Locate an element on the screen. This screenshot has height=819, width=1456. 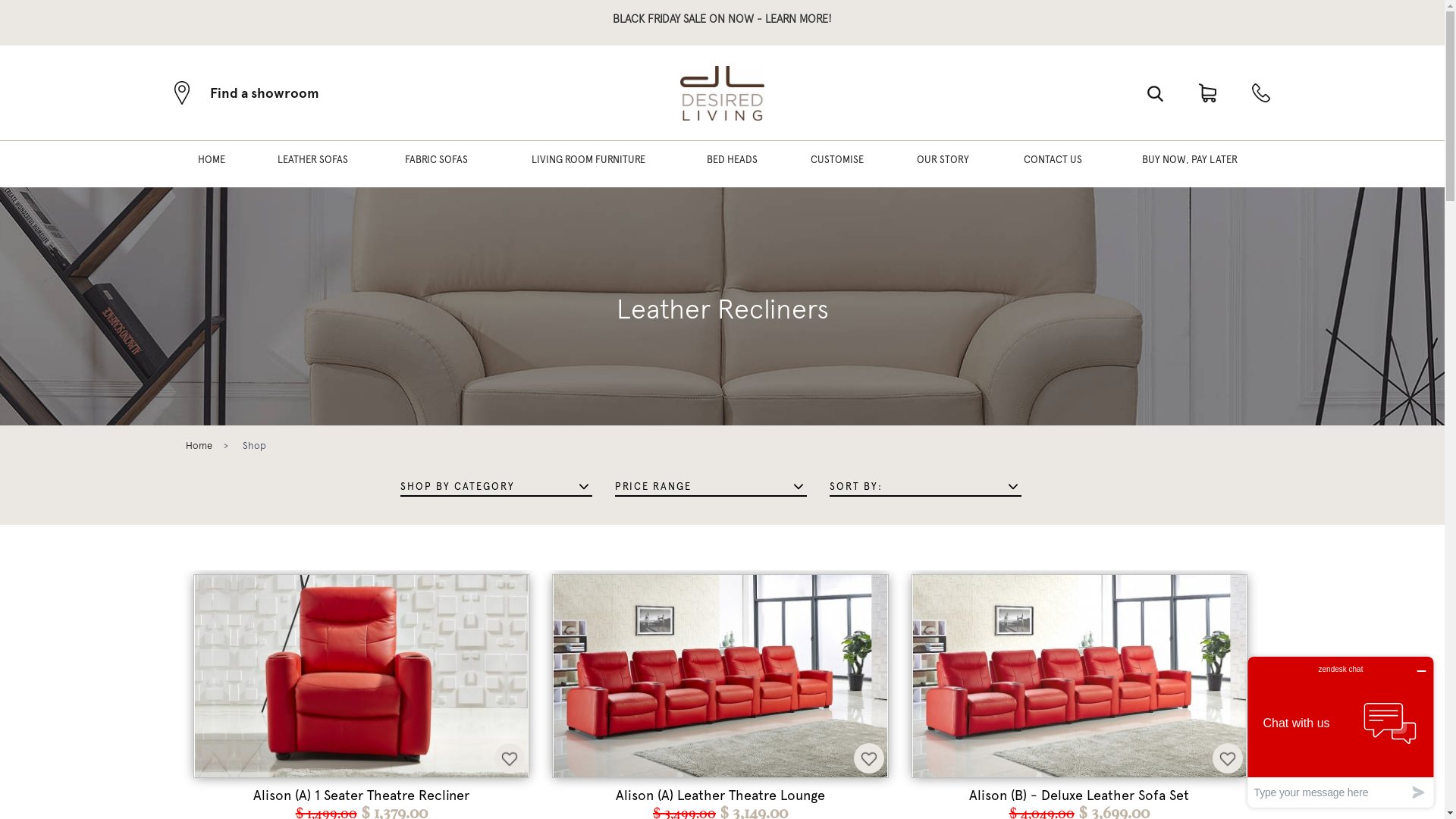
'CONTACT US' is located at coordinates (1052, 164).